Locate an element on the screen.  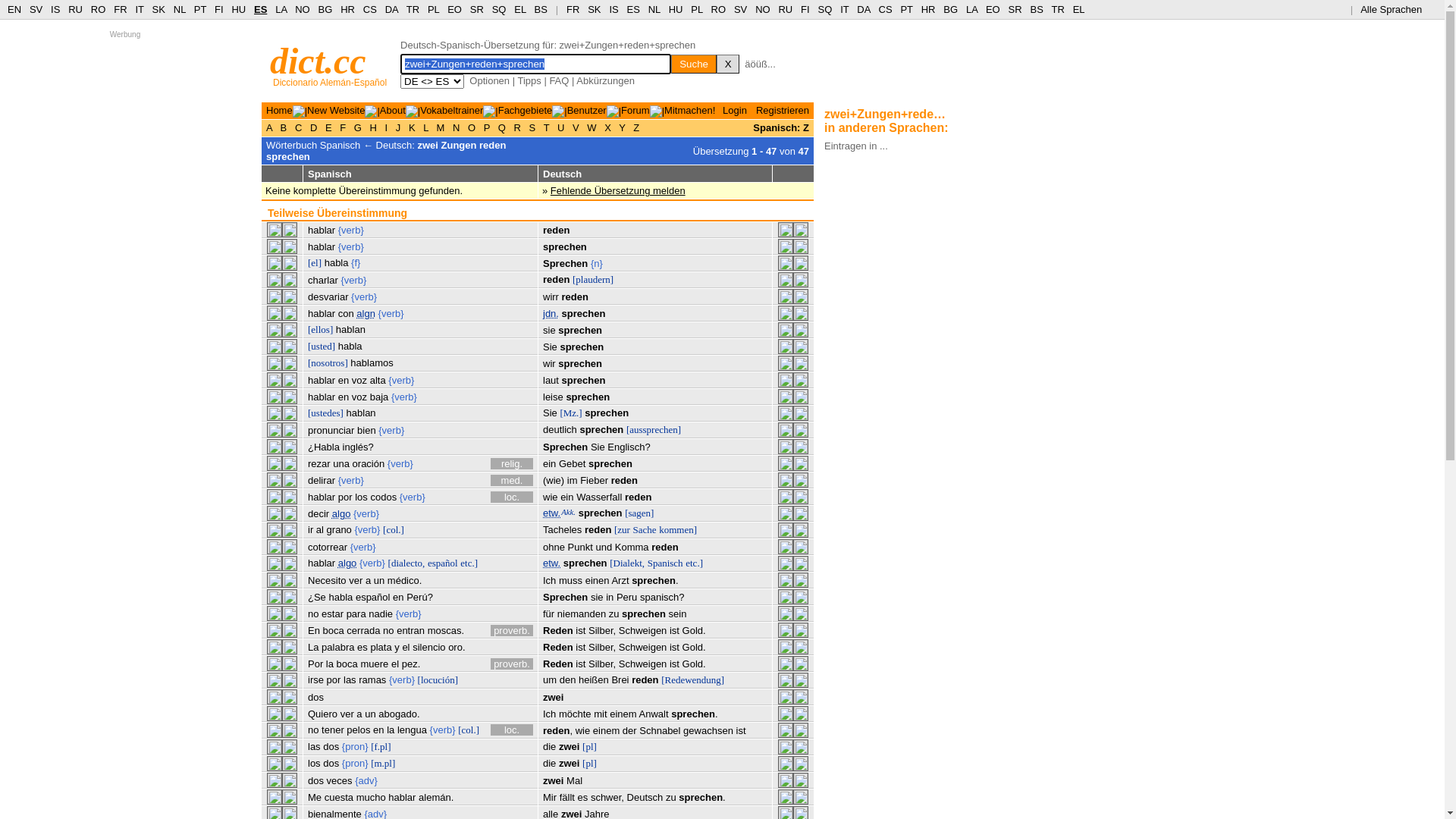
'hablar' is located at coordinates (307, 379).